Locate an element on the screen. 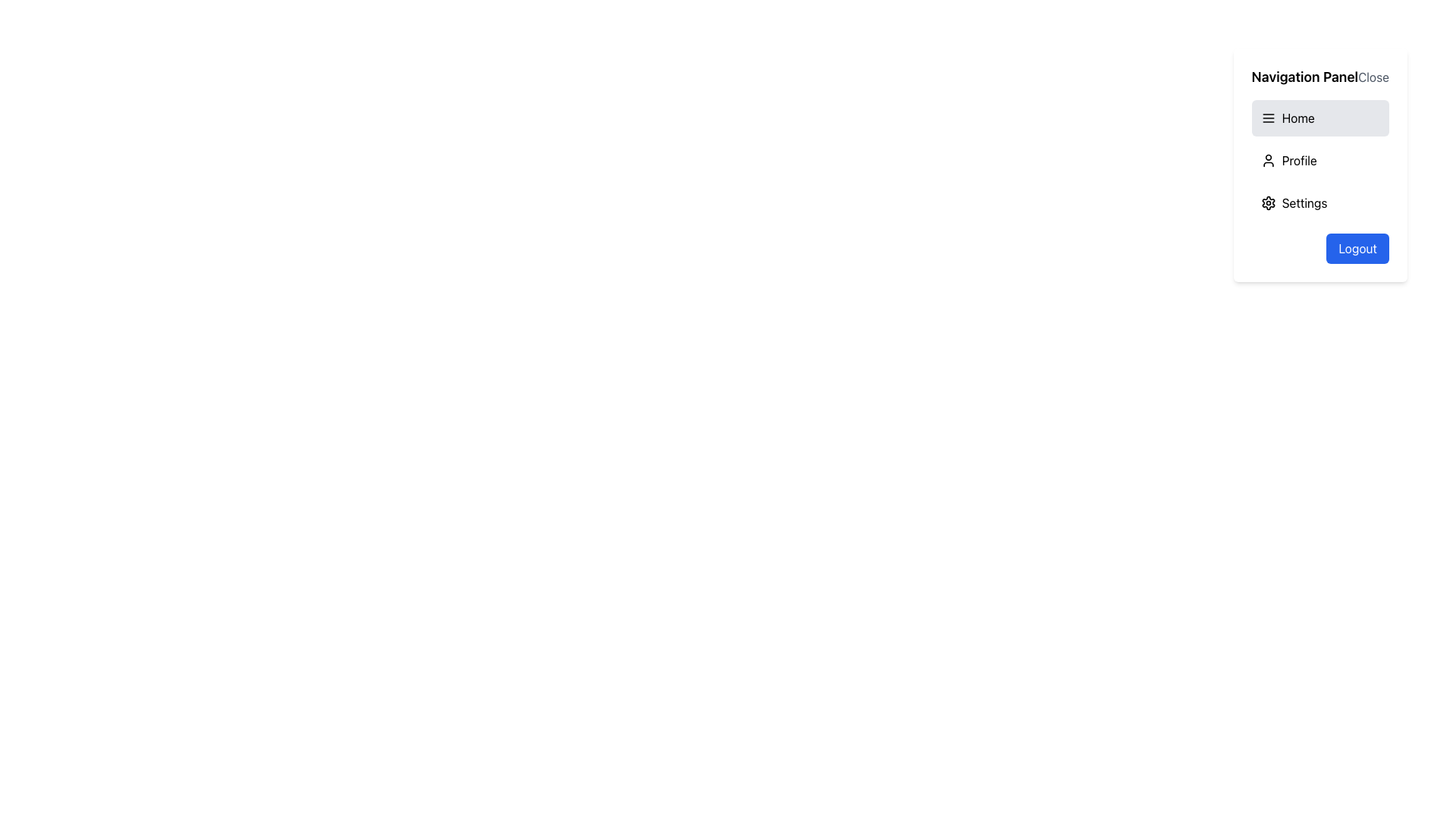 This screenshot has width=1456, height=819. the text label indicating the functionality to close the navigation panel, located in the top-right corner of the navigation panel is located at coordinates (1373, 77).